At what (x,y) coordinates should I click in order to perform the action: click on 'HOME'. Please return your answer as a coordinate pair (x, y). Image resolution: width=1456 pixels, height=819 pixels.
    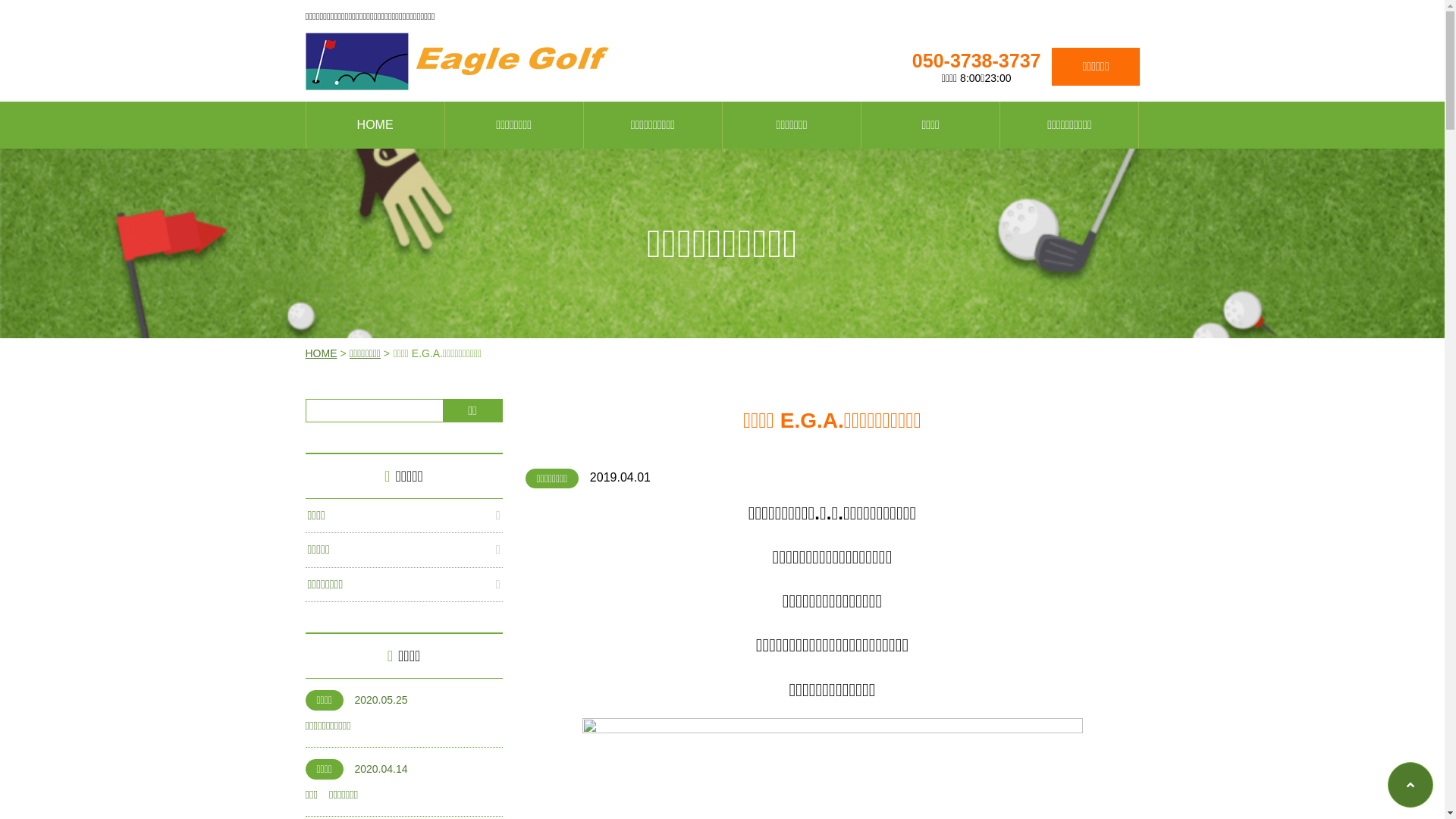
    Looking at the image, I should click on (375, 124).